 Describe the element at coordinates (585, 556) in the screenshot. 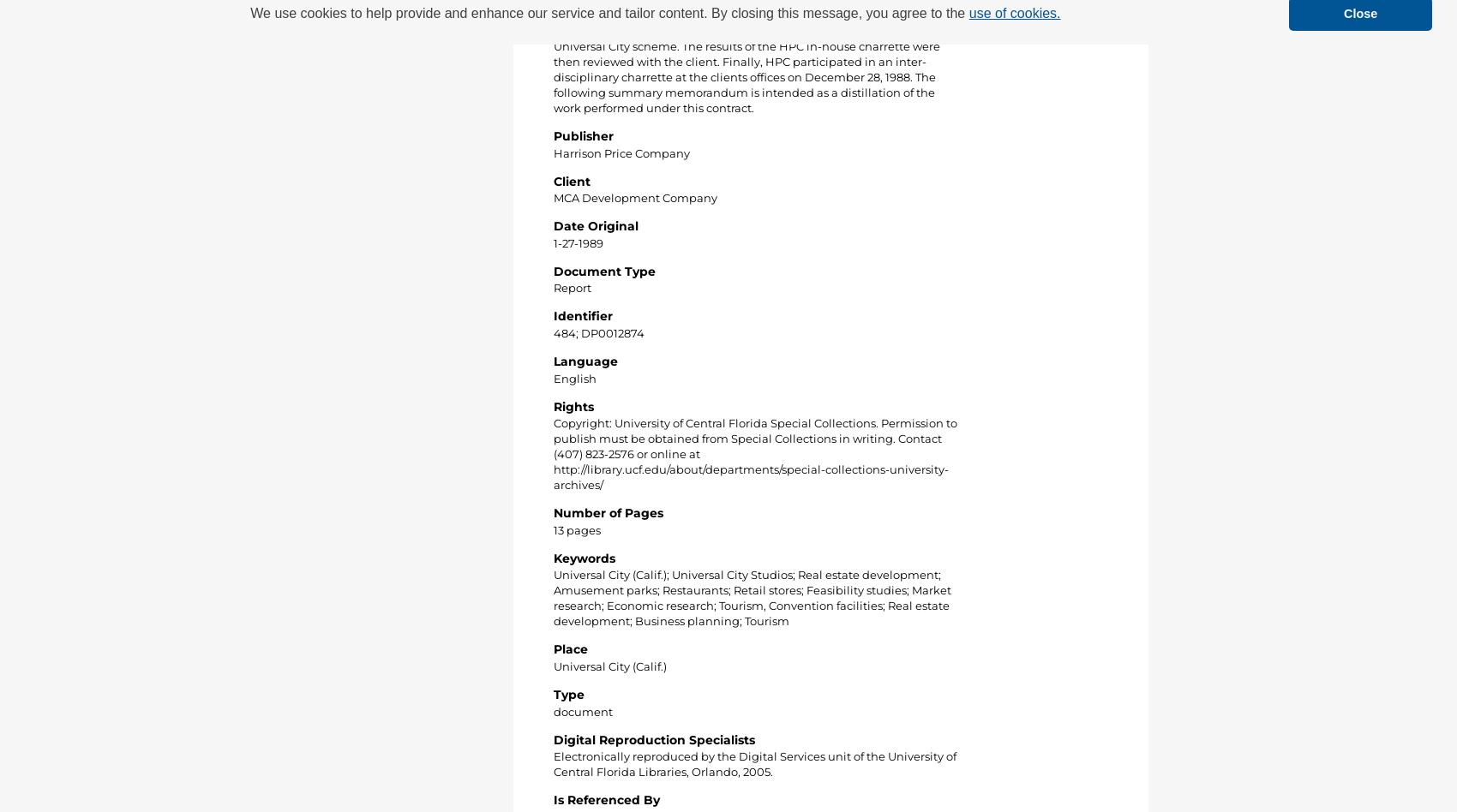

I see `'Keywords'` at that location.